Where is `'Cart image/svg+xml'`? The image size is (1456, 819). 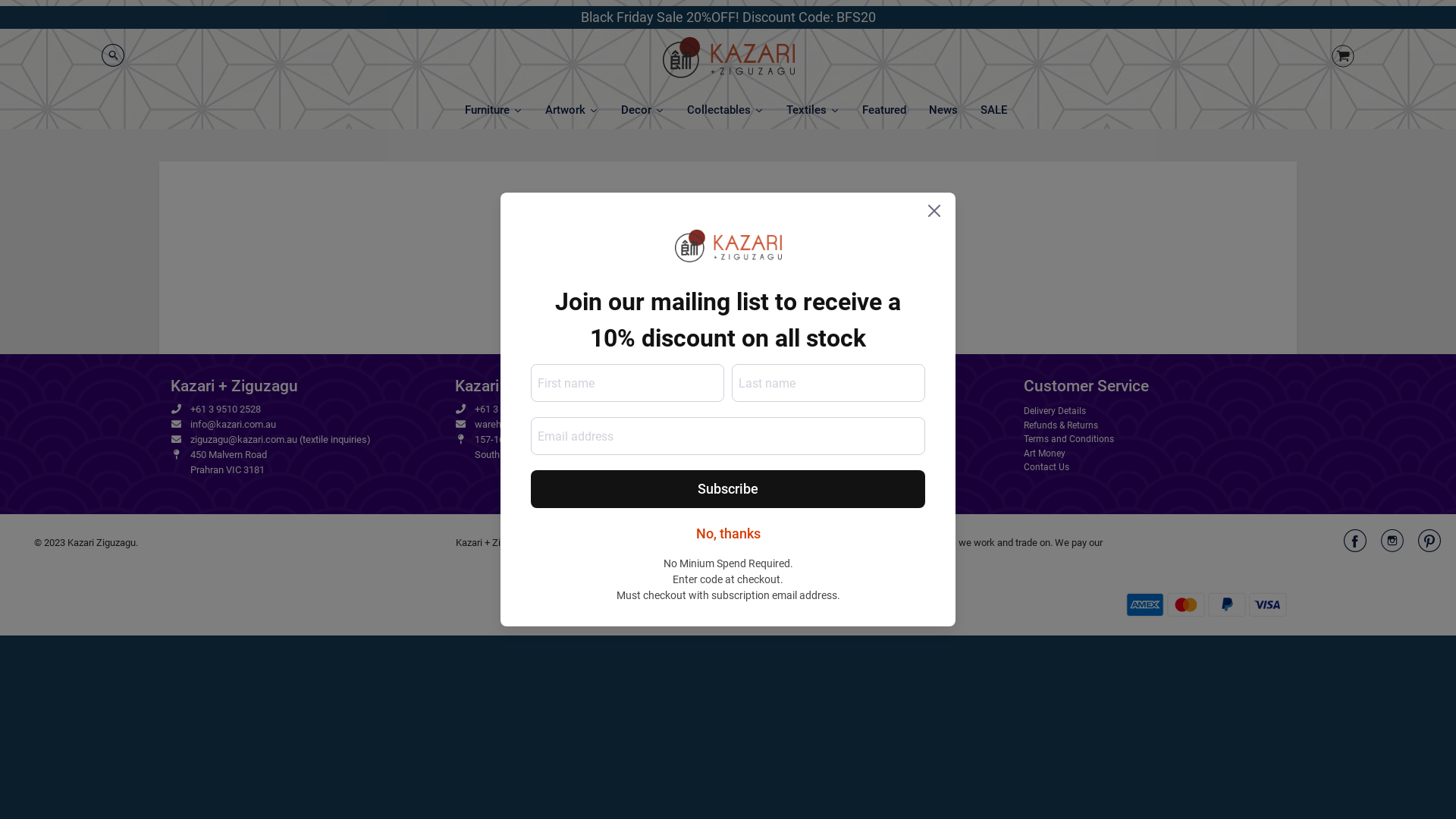
'Cart image/svg+xml' is located at coordinates (1331, 56).